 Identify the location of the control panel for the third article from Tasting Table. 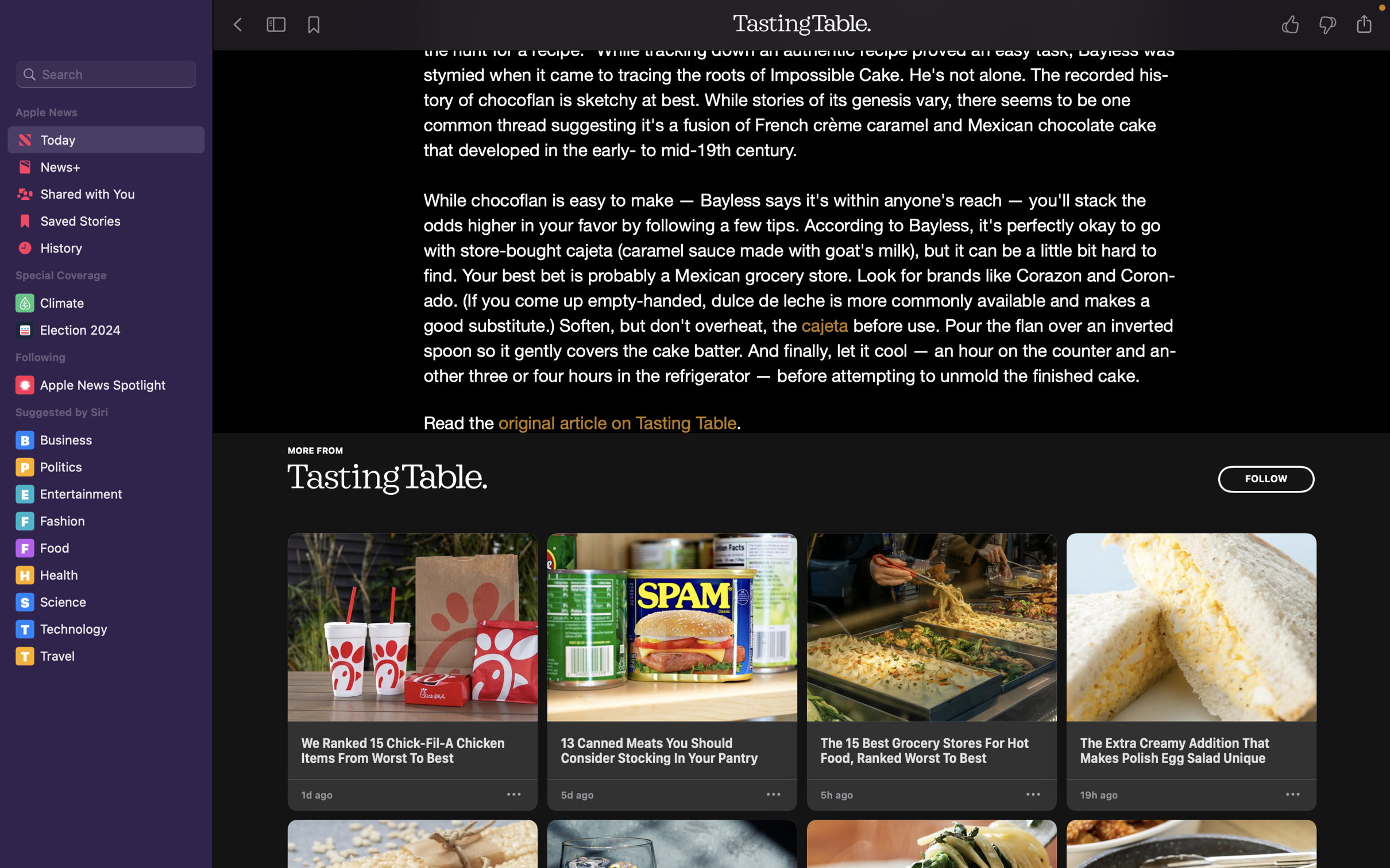
(1032, 795).